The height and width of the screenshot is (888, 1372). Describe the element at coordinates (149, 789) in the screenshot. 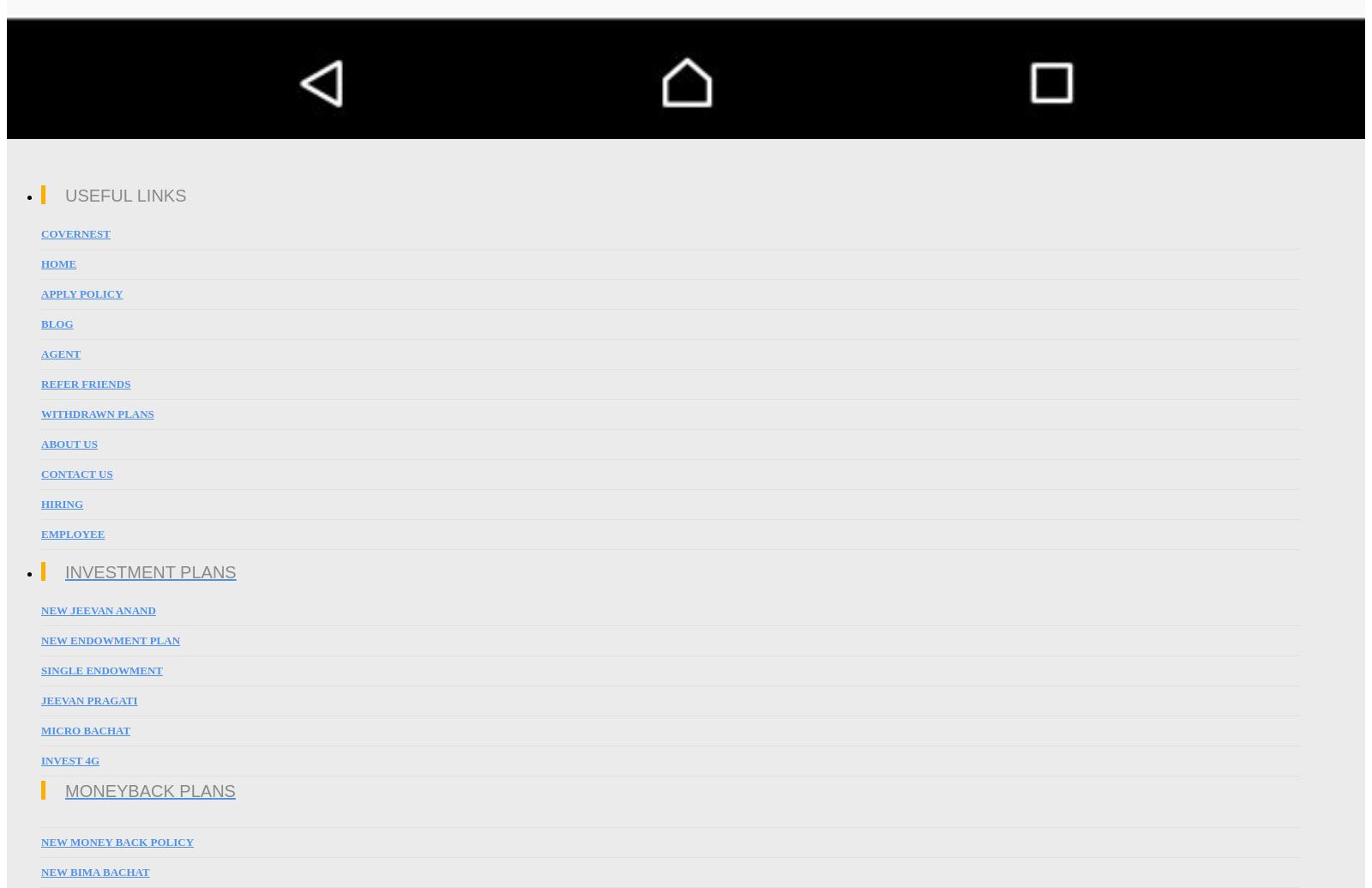

I see `'MoneyBack Plans'` at that location.